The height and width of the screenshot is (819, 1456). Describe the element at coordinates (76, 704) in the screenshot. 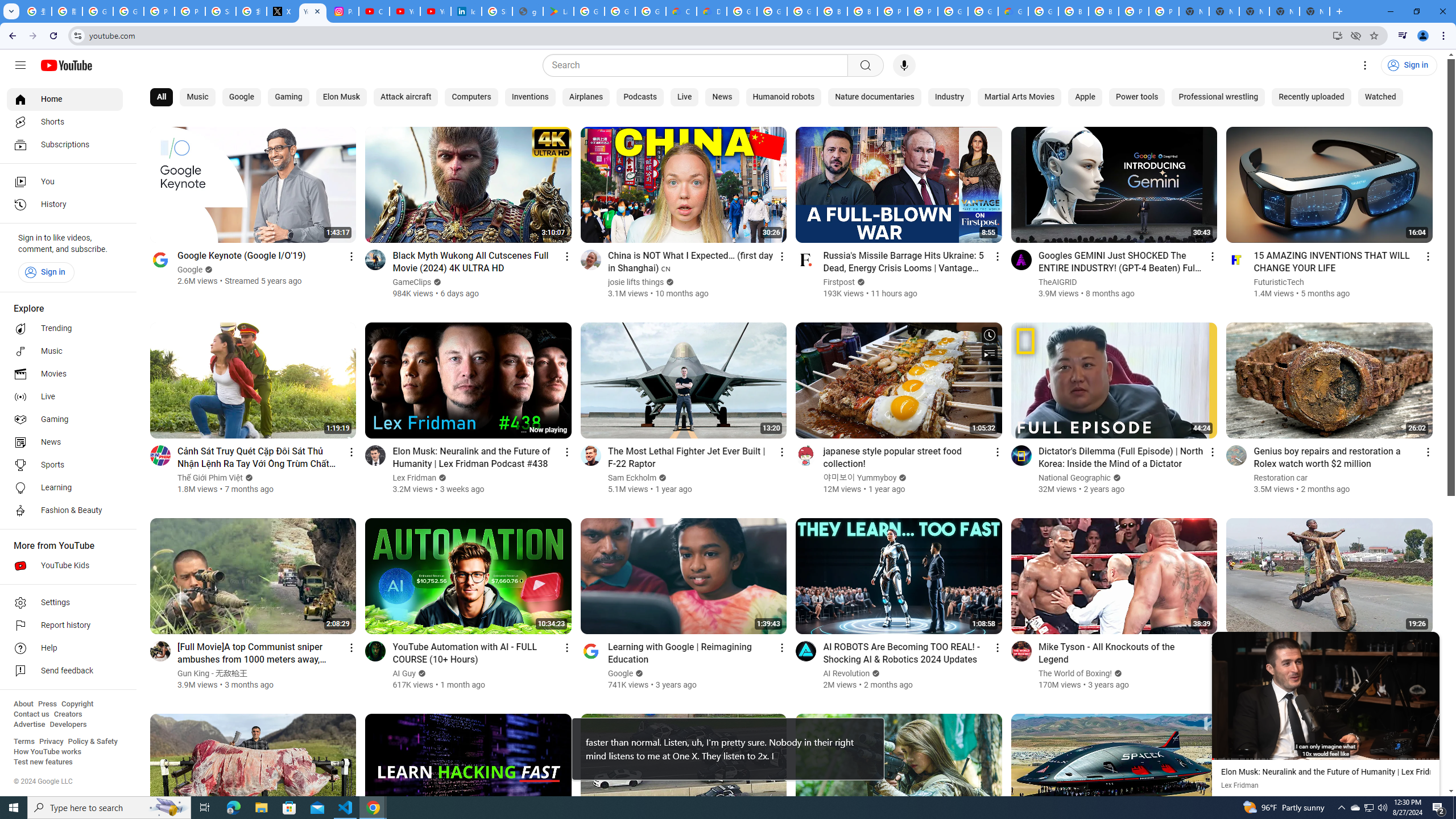

I see `'Copyright'` at that location.